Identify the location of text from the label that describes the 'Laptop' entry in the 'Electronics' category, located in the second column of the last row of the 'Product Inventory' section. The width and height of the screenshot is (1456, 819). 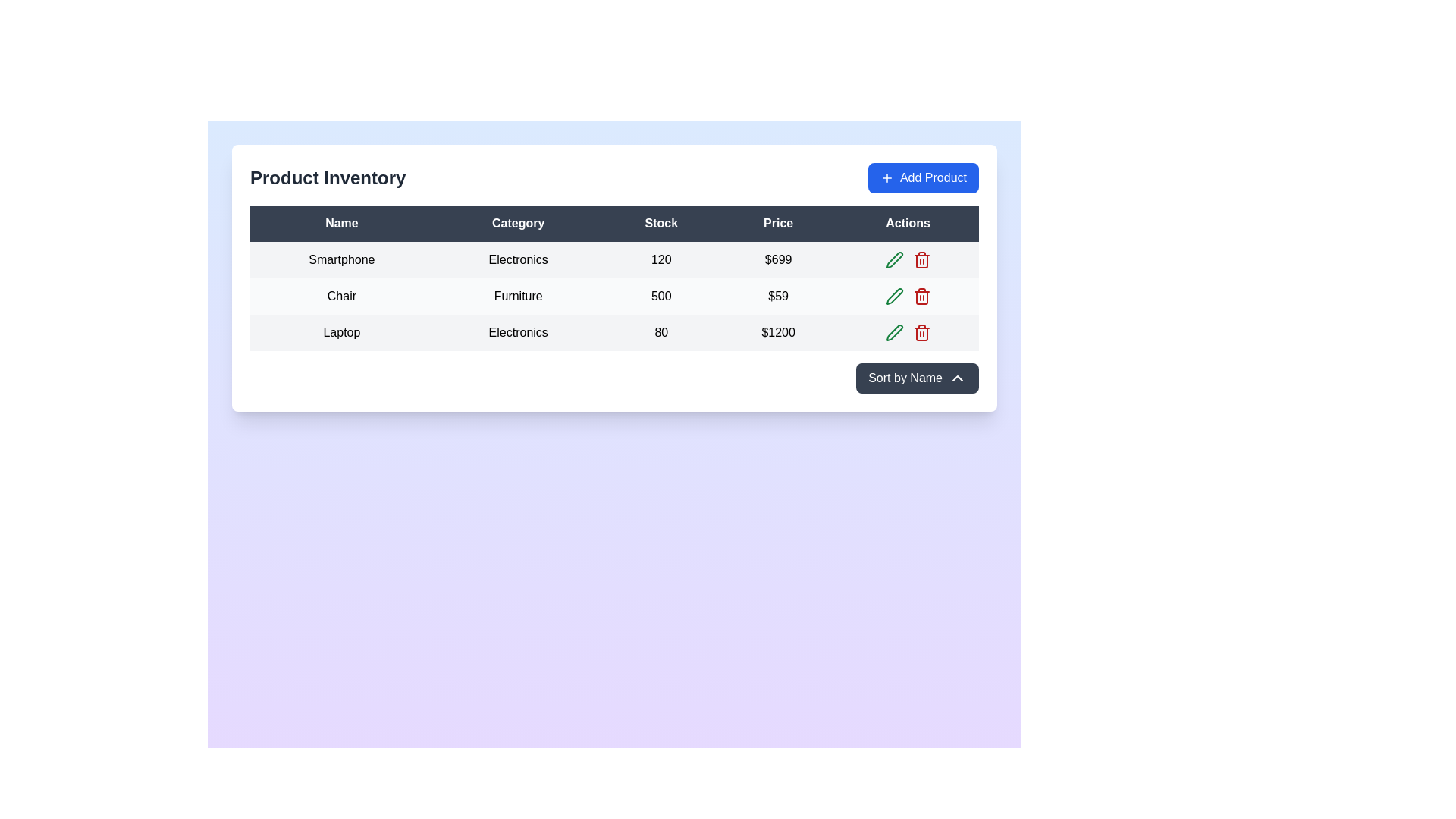
(518, 332).